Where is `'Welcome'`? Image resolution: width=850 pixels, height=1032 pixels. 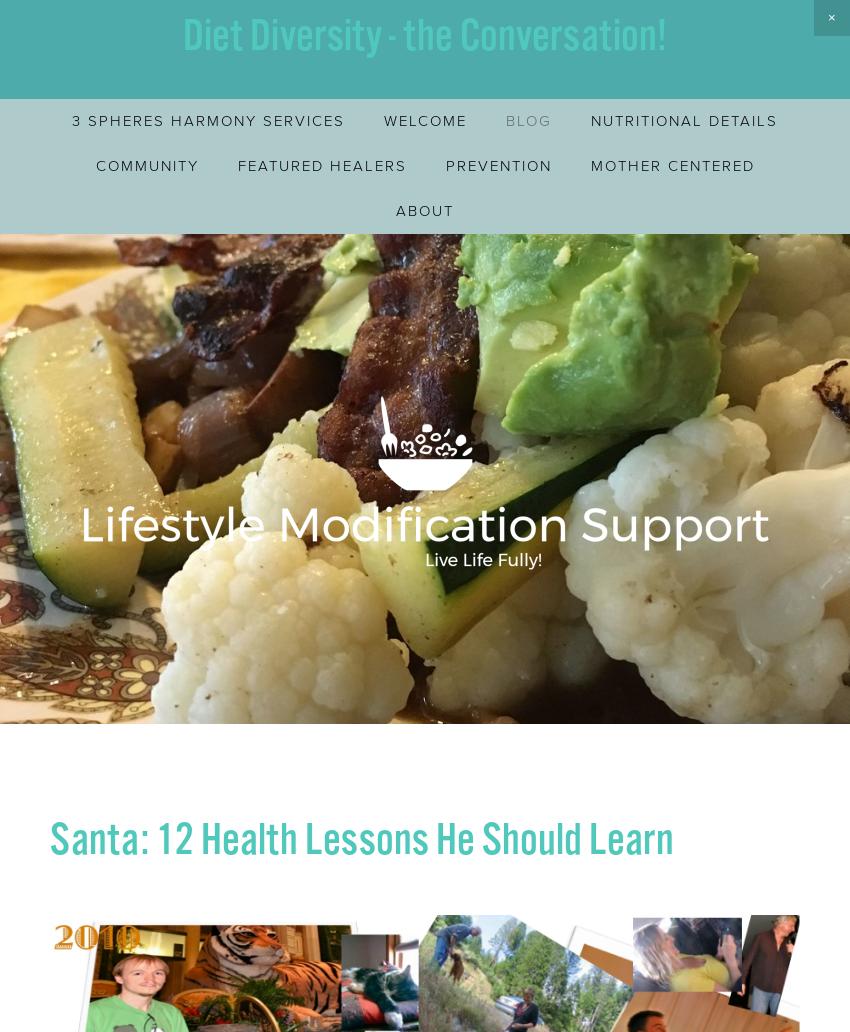
'Welcome' is located at coordinates (425, 120).